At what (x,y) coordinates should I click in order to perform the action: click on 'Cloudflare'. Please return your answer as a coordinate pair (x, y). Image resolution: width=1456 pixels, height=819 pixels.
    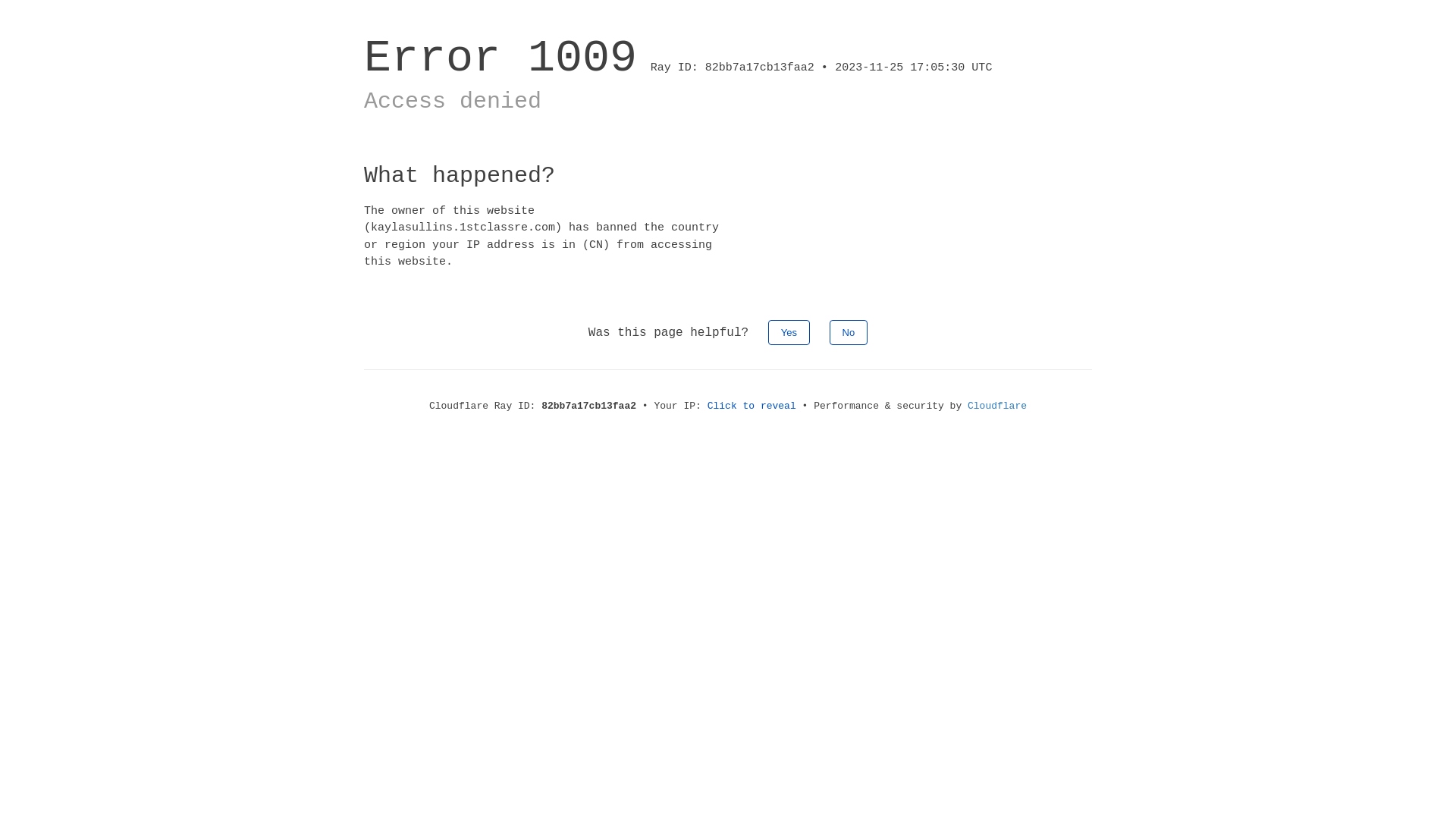
    Looking at the image, I should click on (997, 405).